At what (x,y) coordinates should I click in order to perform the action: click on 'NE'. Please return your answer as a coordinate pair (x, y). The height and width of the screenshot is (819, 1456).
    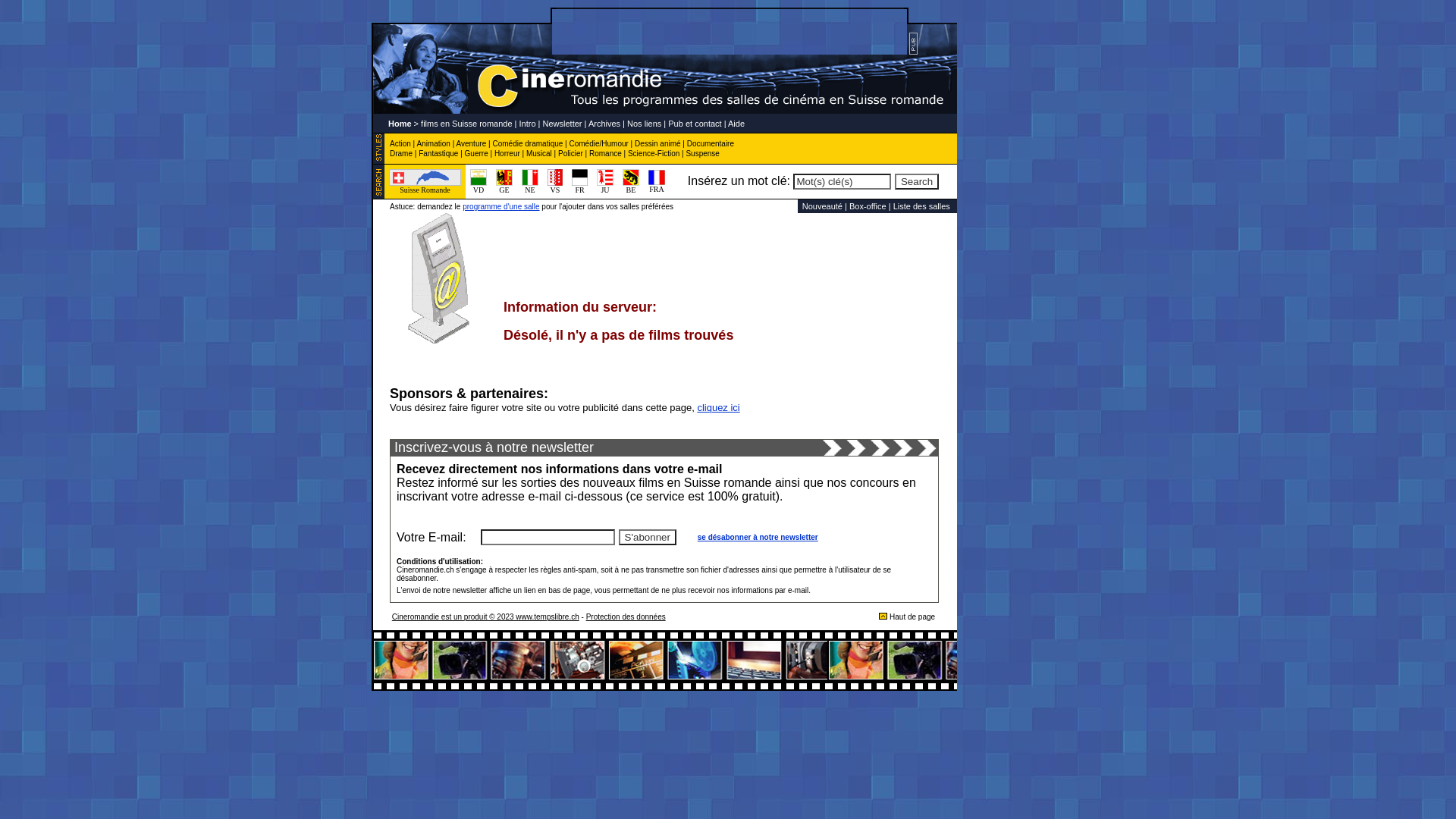
    Looking at the image, I should click on (530, 186).